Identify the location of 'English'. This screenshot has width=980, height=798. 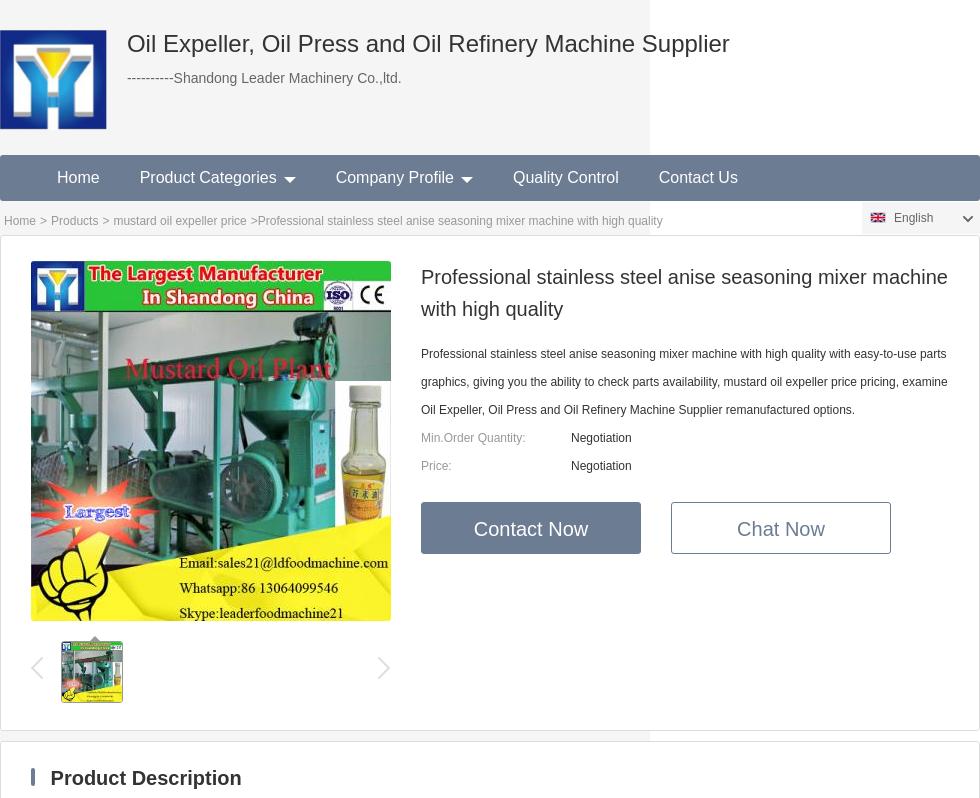
(913, 218).